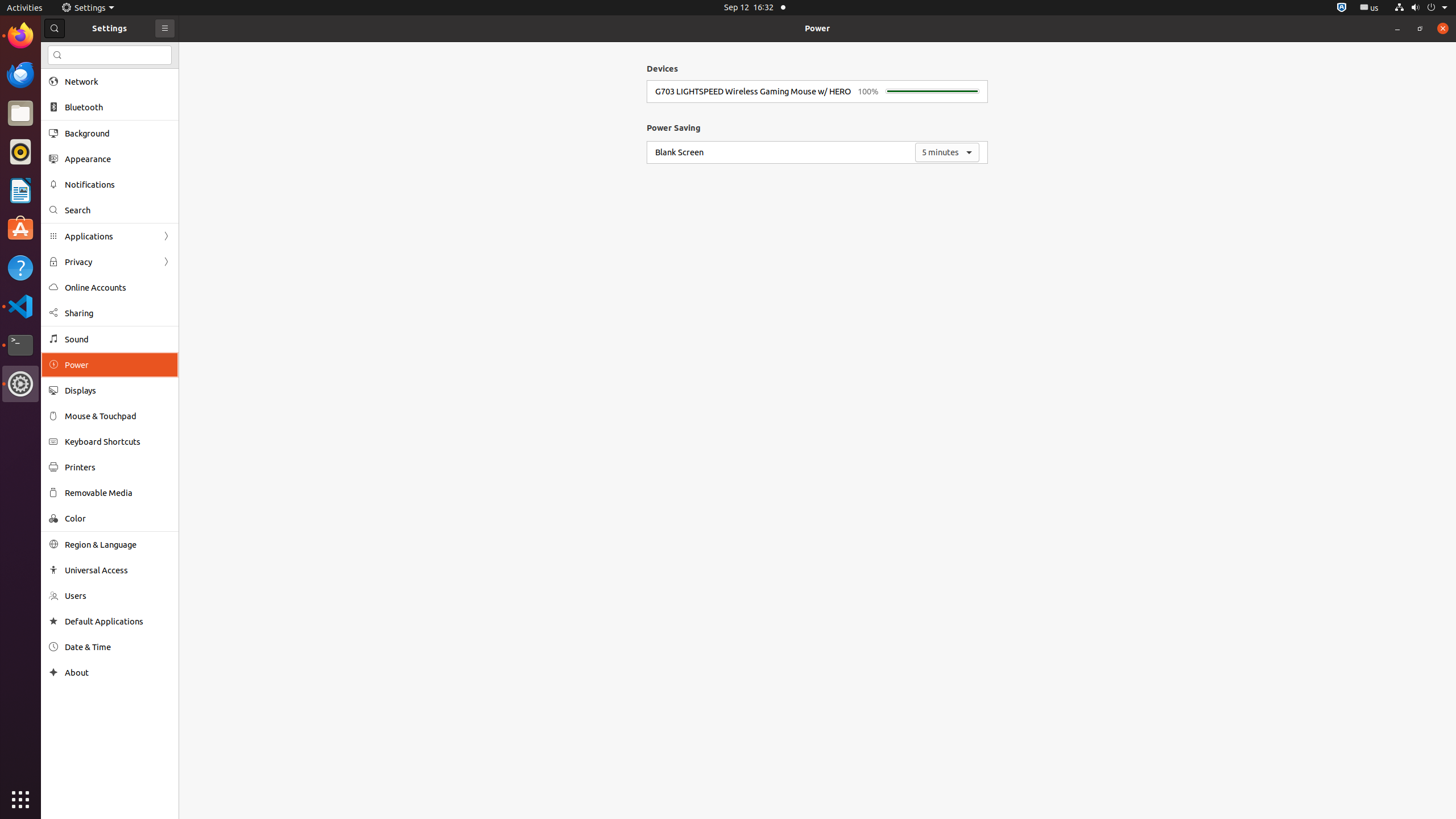 Image resolution: width=1456 pixels, height=819 pixels. I want to click on 'About', so click(53, 672).